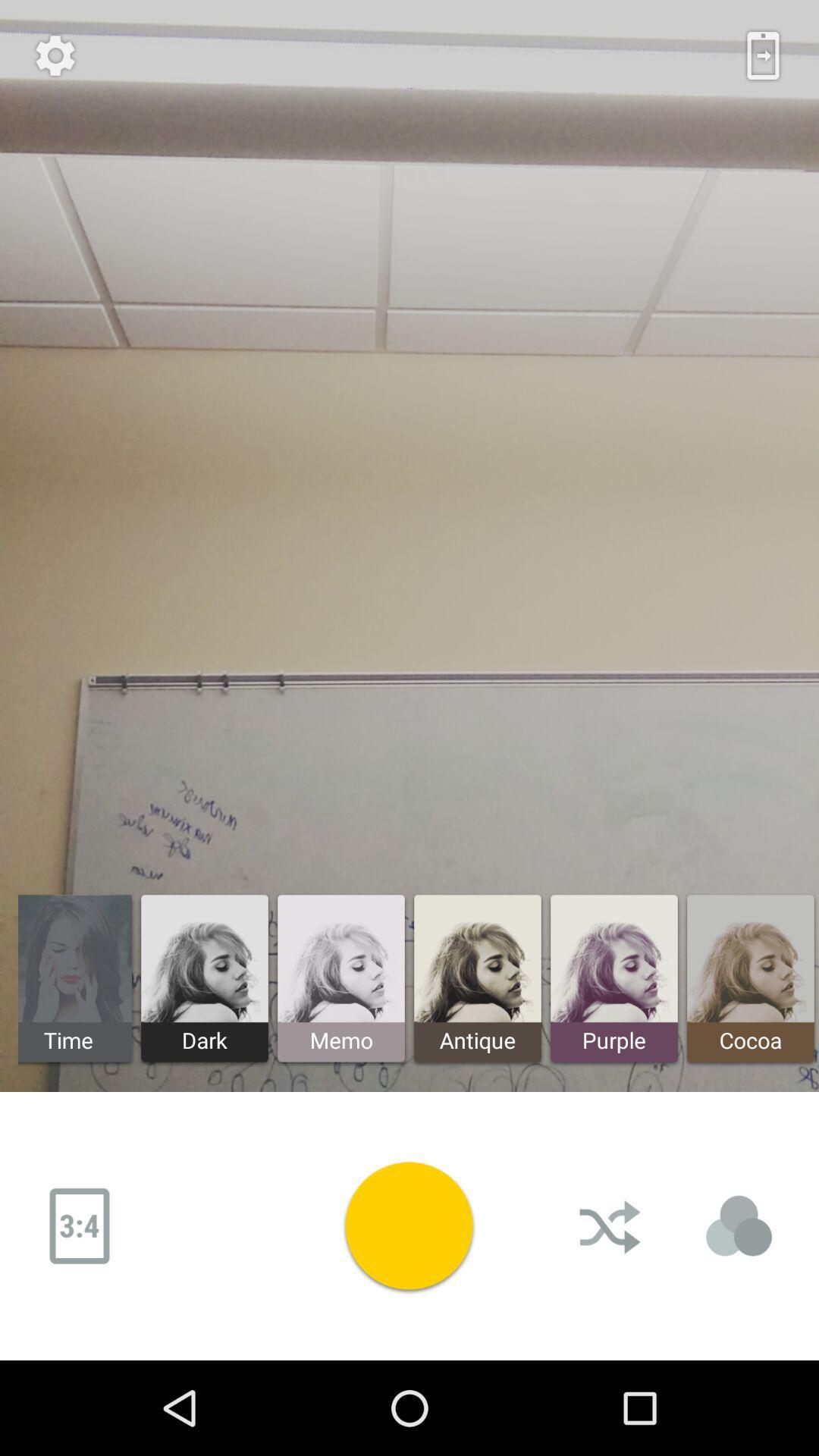 This screenshot has width=819, height=1456. What do you see at coordinates (739, 1226) in the screenshot?
I see `the avatar icon` at bounding box center [739, 1226].